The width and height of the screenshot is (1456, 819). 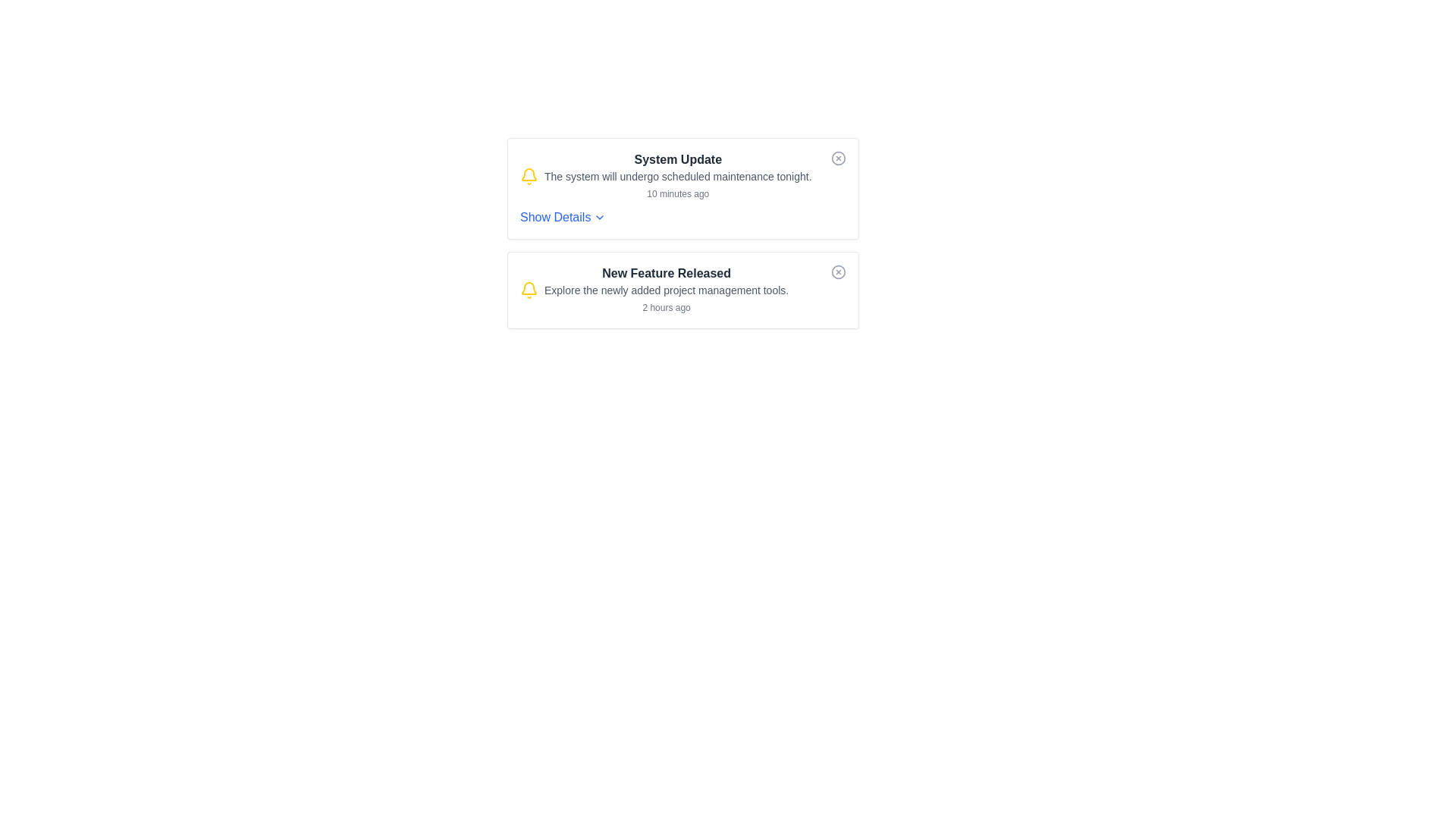 I want to click on the notification indicator icon located at the left edge of the 'System Update' notification card for status indication, so click(x=529, y=175).